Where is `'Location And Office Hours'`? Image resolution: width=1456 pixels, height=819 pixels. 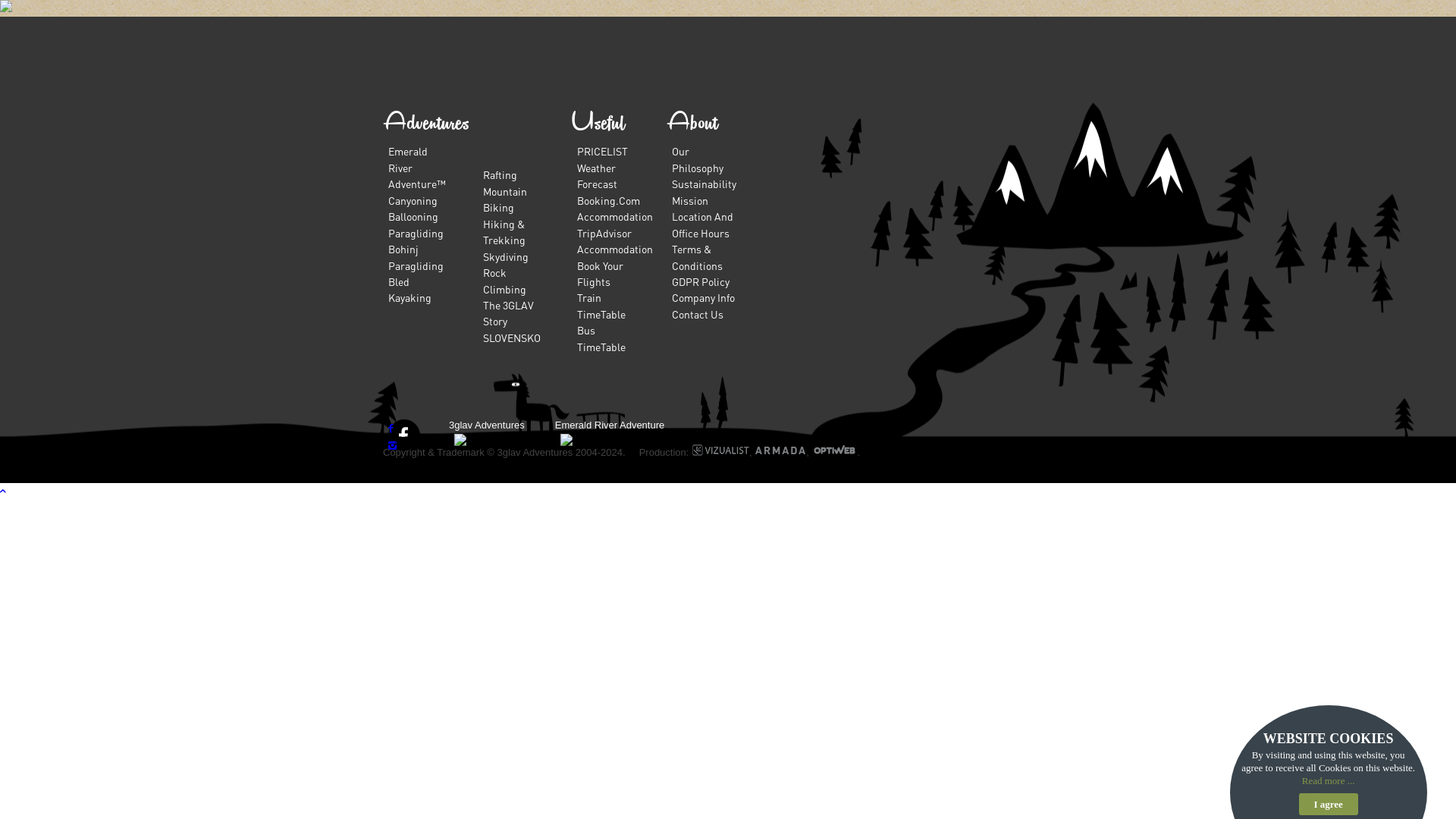
'Location And Office Hours' is located at coordinates (701, 224).